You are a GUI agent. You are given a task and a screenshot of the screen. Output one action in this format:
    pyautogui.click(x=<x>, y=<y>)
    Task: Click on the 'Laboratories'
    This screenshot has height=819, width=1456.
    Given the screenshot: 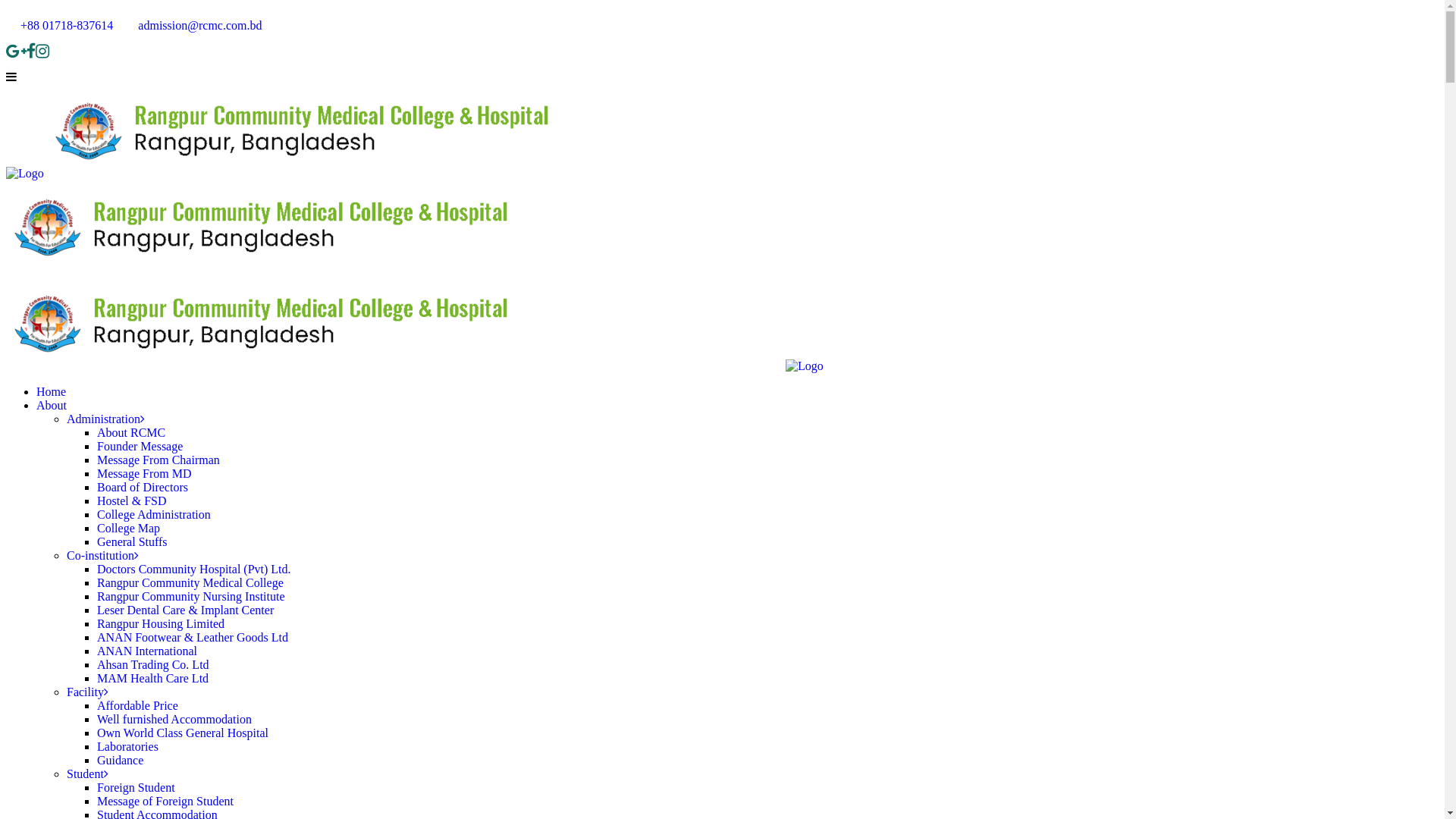 What is the action you would take?
    pyautogui.click(x=127, y=745)
    